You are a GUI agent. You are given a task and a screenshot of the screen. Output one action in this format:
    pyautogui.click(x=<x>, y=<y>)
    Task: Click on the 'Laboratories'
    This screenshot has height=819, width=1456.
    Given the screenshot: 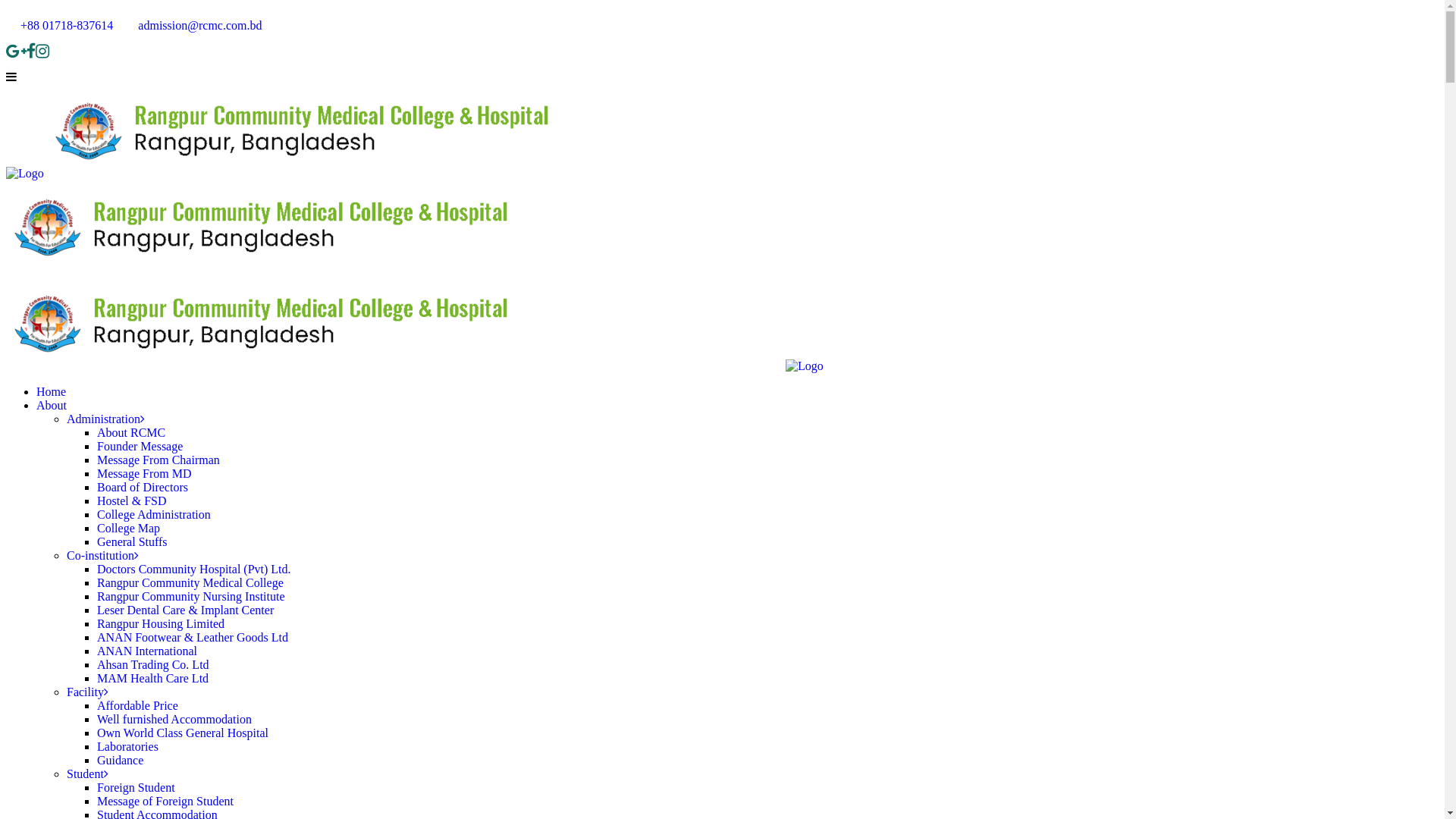 What is the action you would take?
    pyautogui.click(x=127, y=745)
    